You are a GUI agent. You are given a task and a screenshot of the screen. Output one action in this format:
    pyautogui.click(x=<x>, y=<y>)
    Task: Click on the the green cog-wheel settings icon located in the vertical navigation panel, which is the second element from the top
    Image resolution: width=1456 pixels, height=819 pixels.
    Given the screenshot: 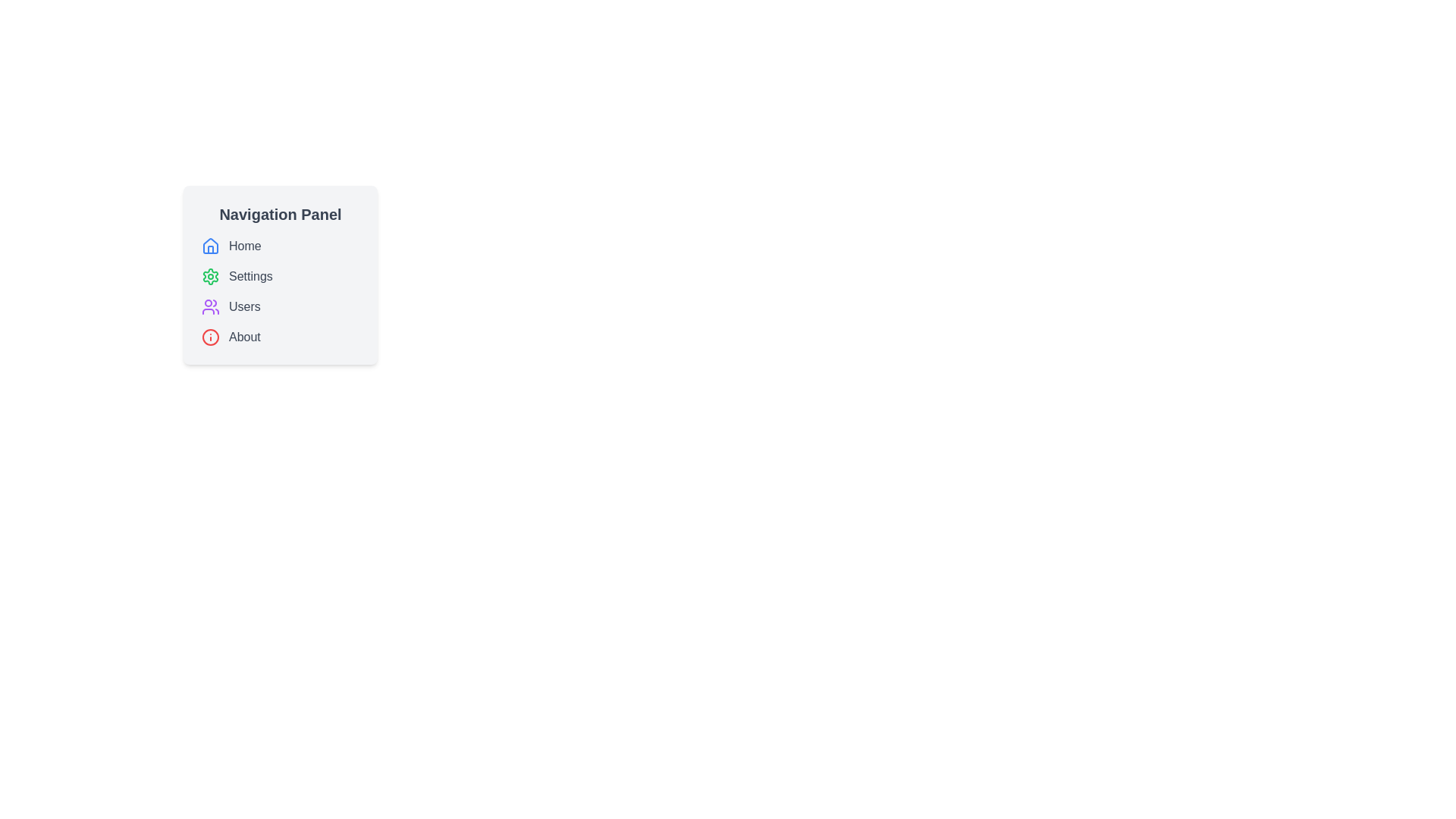 What is the action you would take?
    pyautogui.click(x=210, y=277)
    